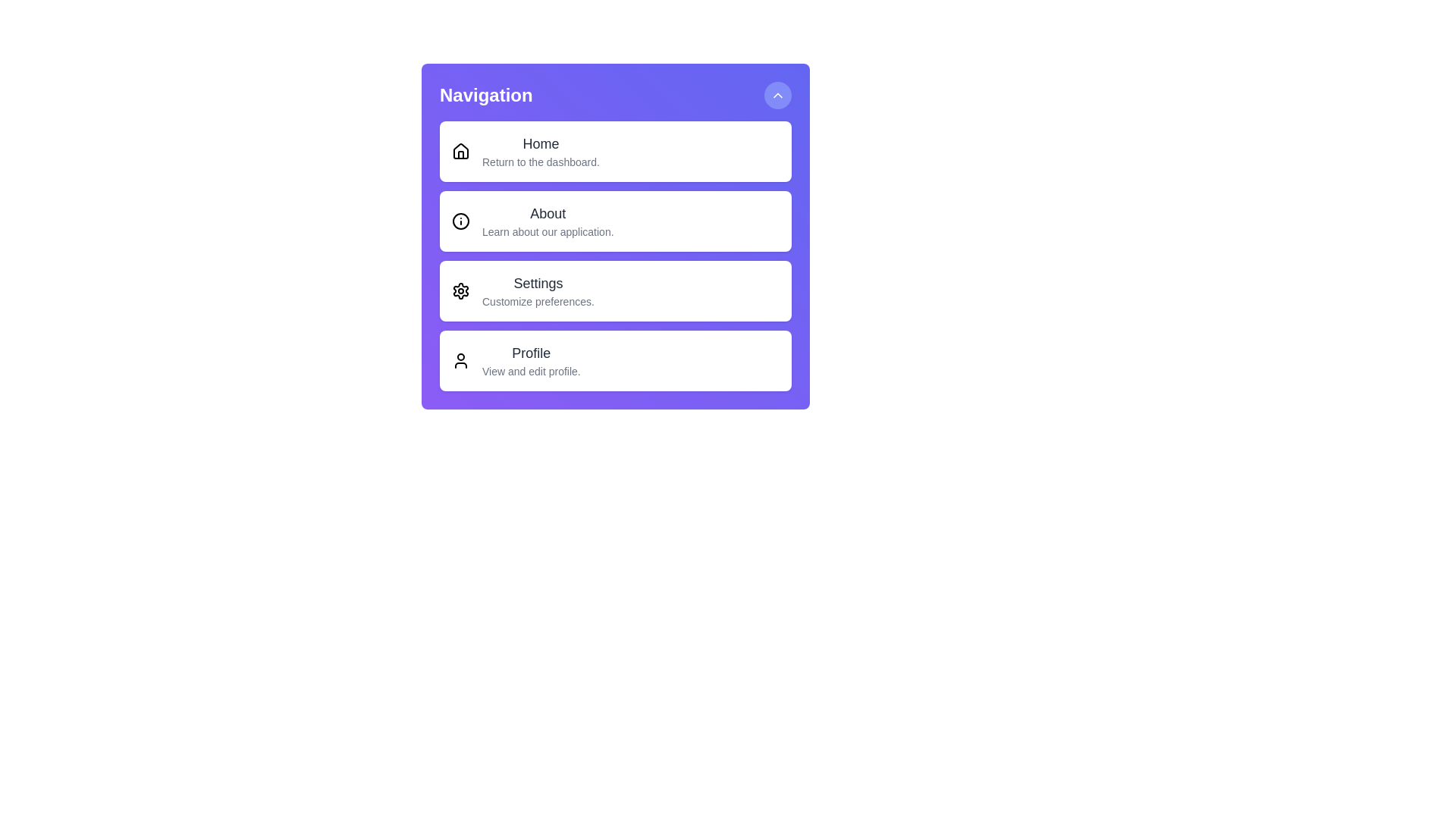 The image size is (1456, 819). What do you see at coordinates (460, 360) in the screenshot?
I see `the icon for Profile` at bounding box center [460, 360].